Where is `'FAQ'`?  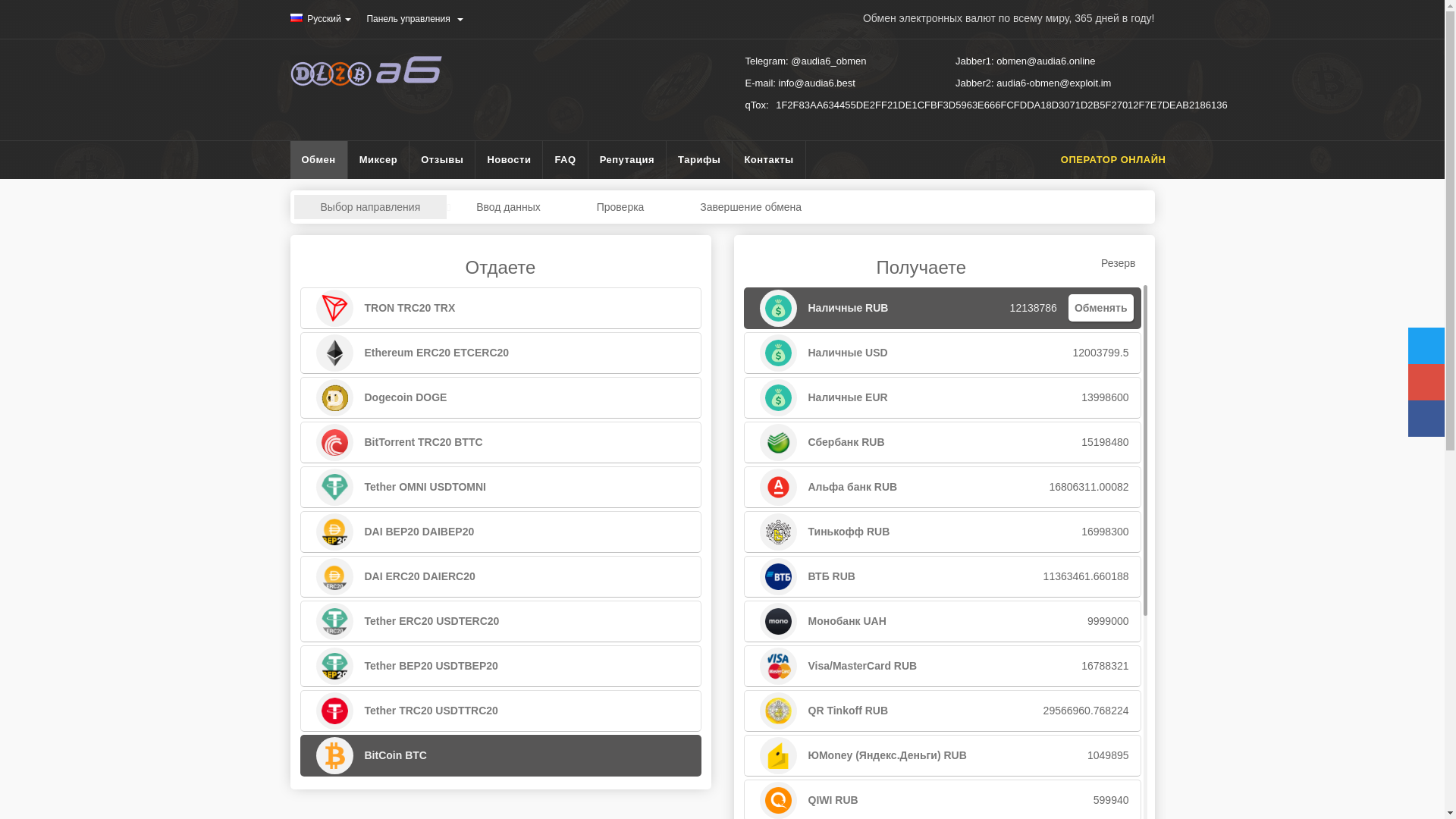
'FAQ' is located at coordinates (564, 160).